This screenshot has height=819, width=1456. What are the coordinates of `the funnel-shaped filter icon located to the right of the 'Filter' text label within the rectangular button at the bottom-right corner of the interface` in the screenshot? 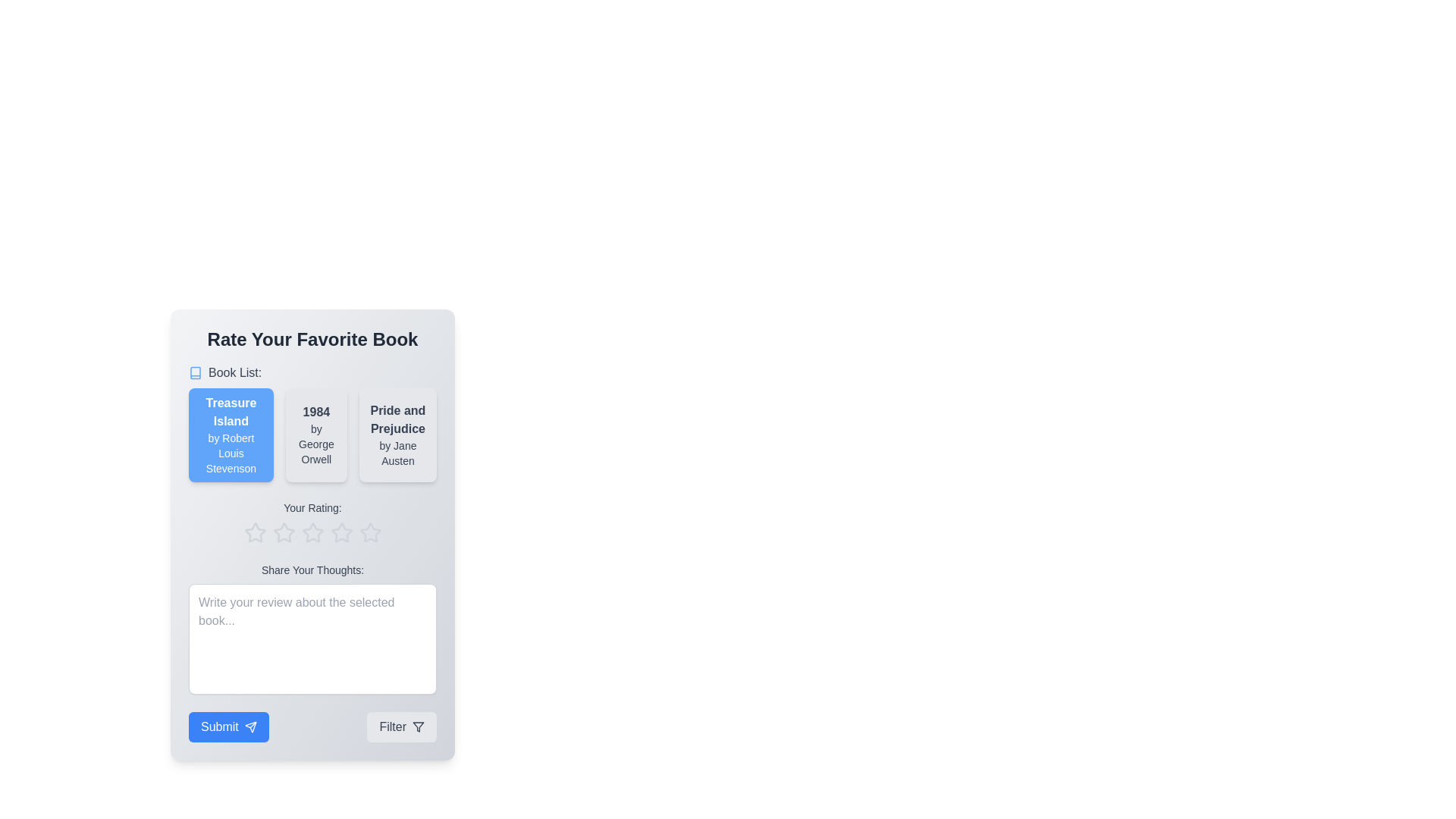 It's located at (419, 726).